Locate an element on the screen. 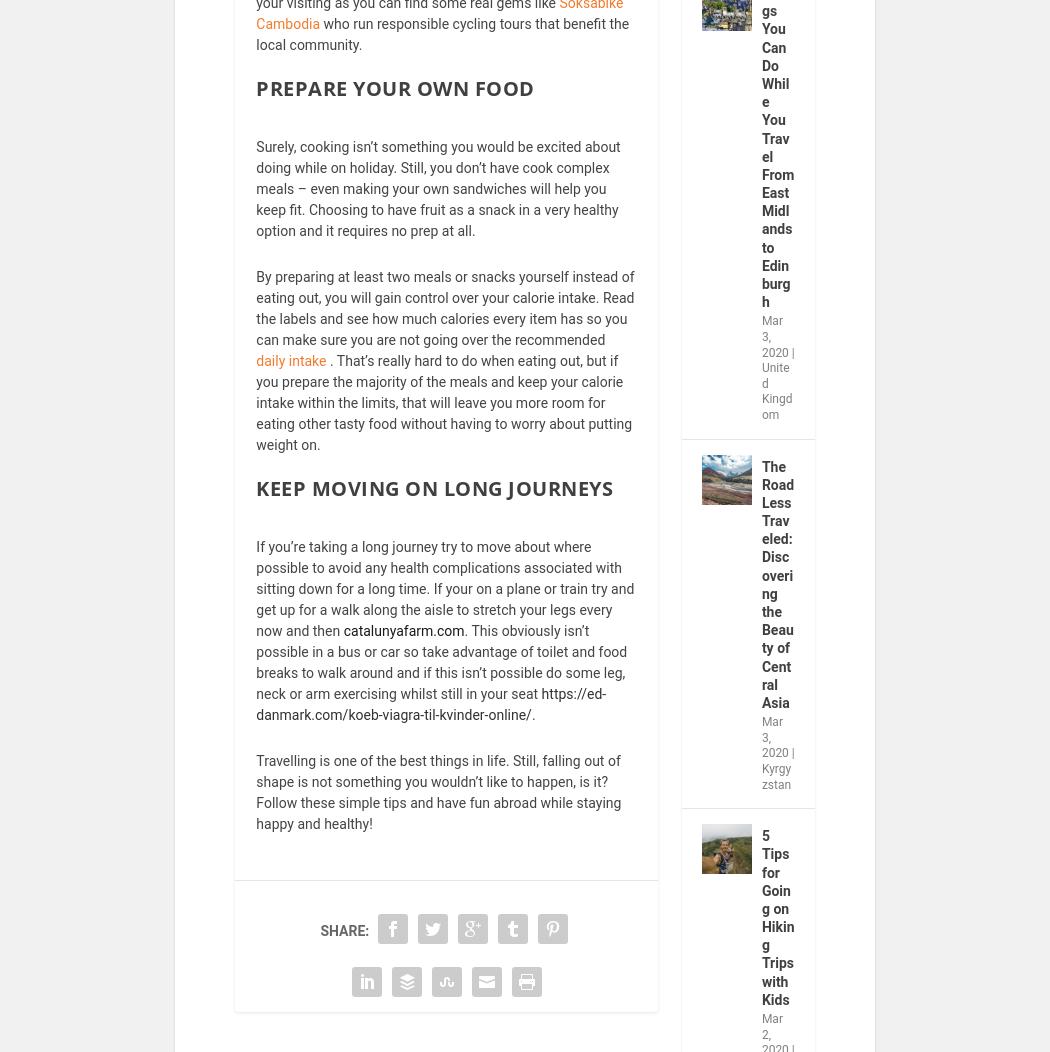 The image size is (1050, 1052). 'Kyrgyzstan' is located at coordinates (775, 789).